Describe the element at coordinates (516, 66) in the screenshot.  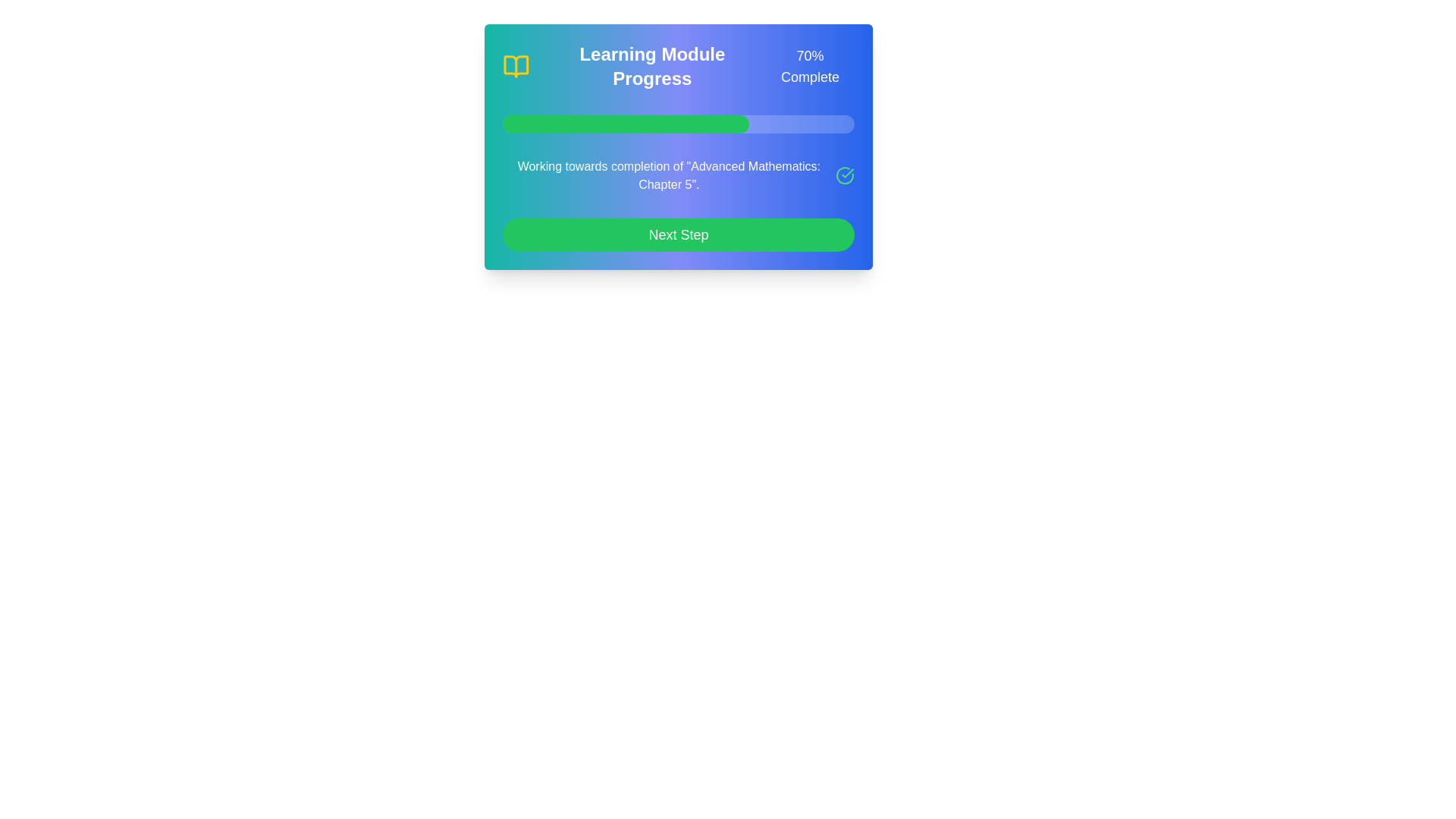
I see `the small yellow open book icon located in the 'Learning Module Progress' section, positioned to the left of the title text` at that location.